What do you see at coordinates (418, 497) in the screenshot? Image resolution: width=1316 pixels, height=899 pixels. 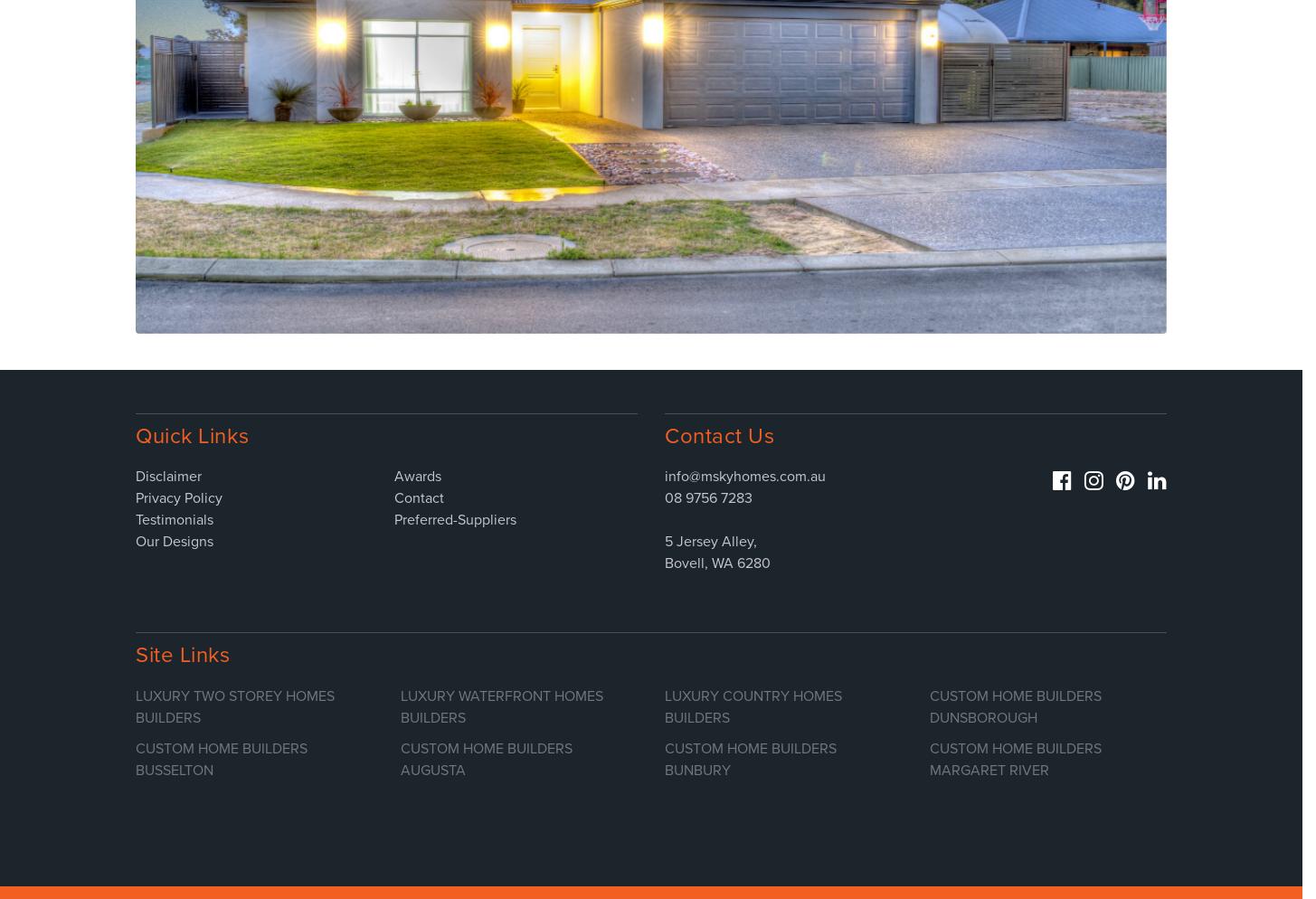 I see `'Contact'` at bounding box center [418, 497].